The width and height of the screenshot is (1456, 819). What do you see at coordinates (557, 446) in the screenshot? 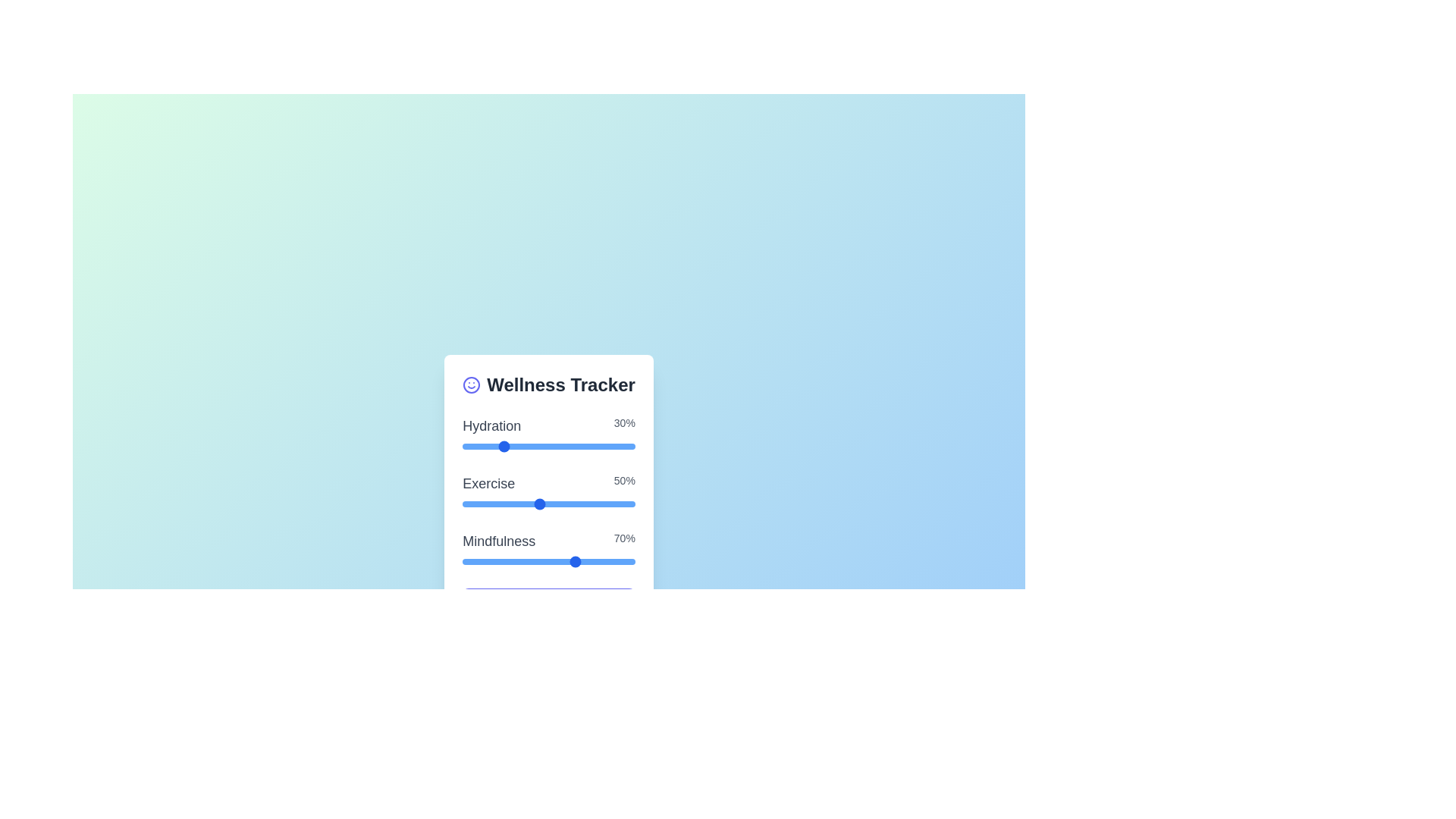
I see `the 'Hydration' slider to set its value to 6` at bounding box center [557, 446].